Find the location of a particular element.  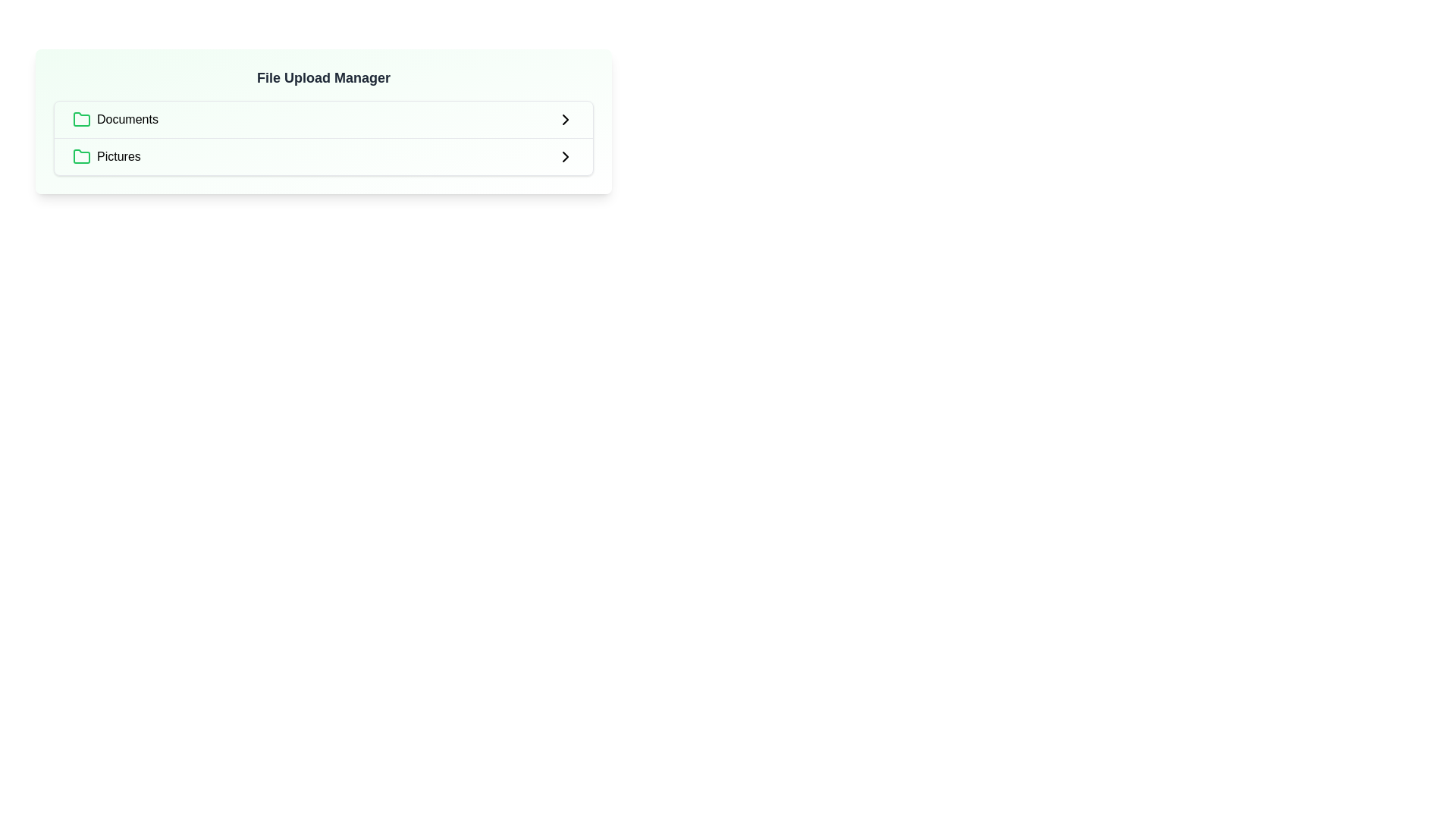

the 'Pictures' folder selectable list item, which is the second item in the list within the 'File Upload Manager' interface is located at coordinates (105, 157).